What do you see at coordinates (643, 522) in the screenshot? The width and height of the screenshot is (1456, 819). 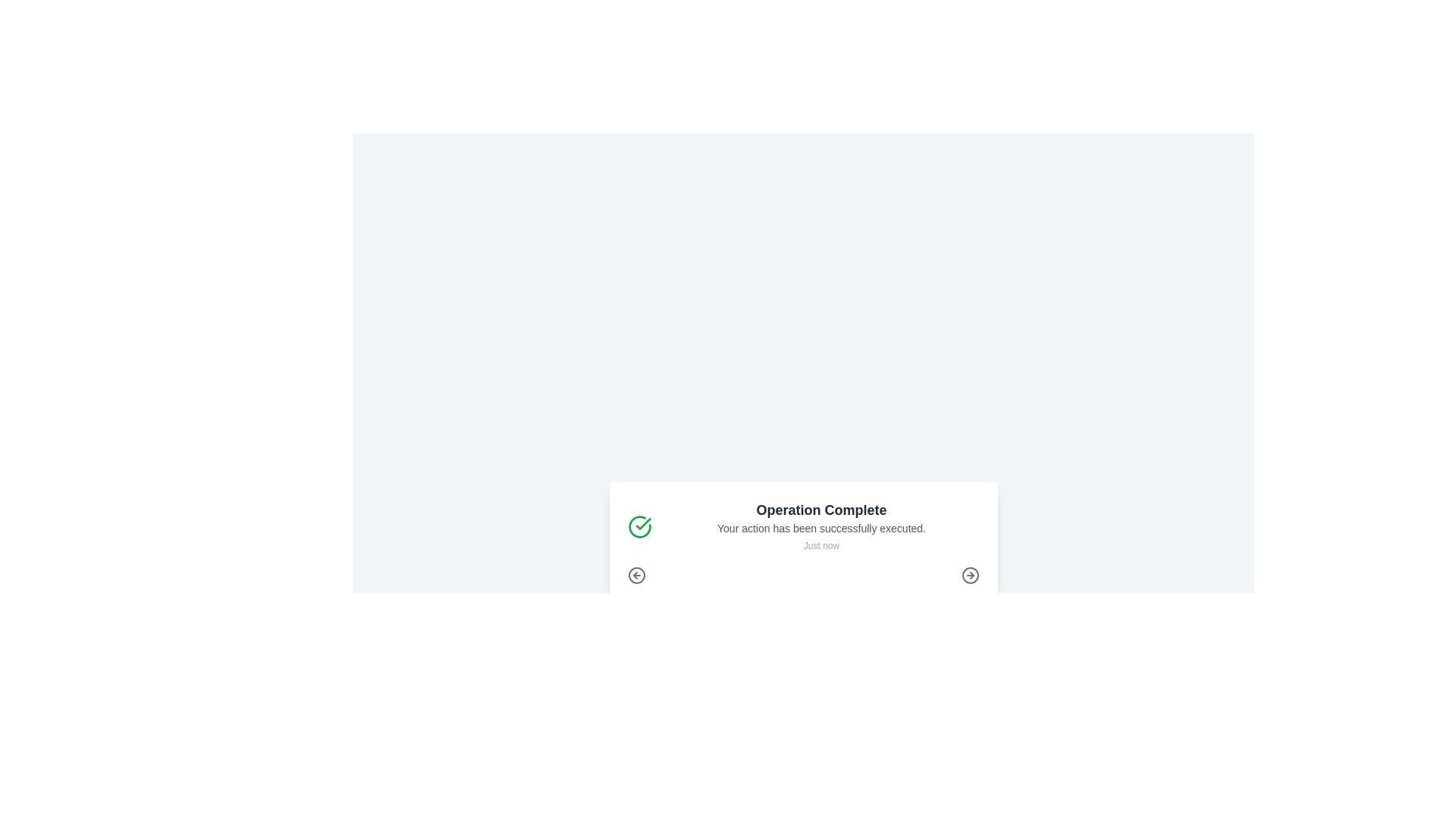 I see `the checkmark icon within the green outlined circle, which is part of a success indicator located on the left side of the message box` at bounding box center [643, 522].